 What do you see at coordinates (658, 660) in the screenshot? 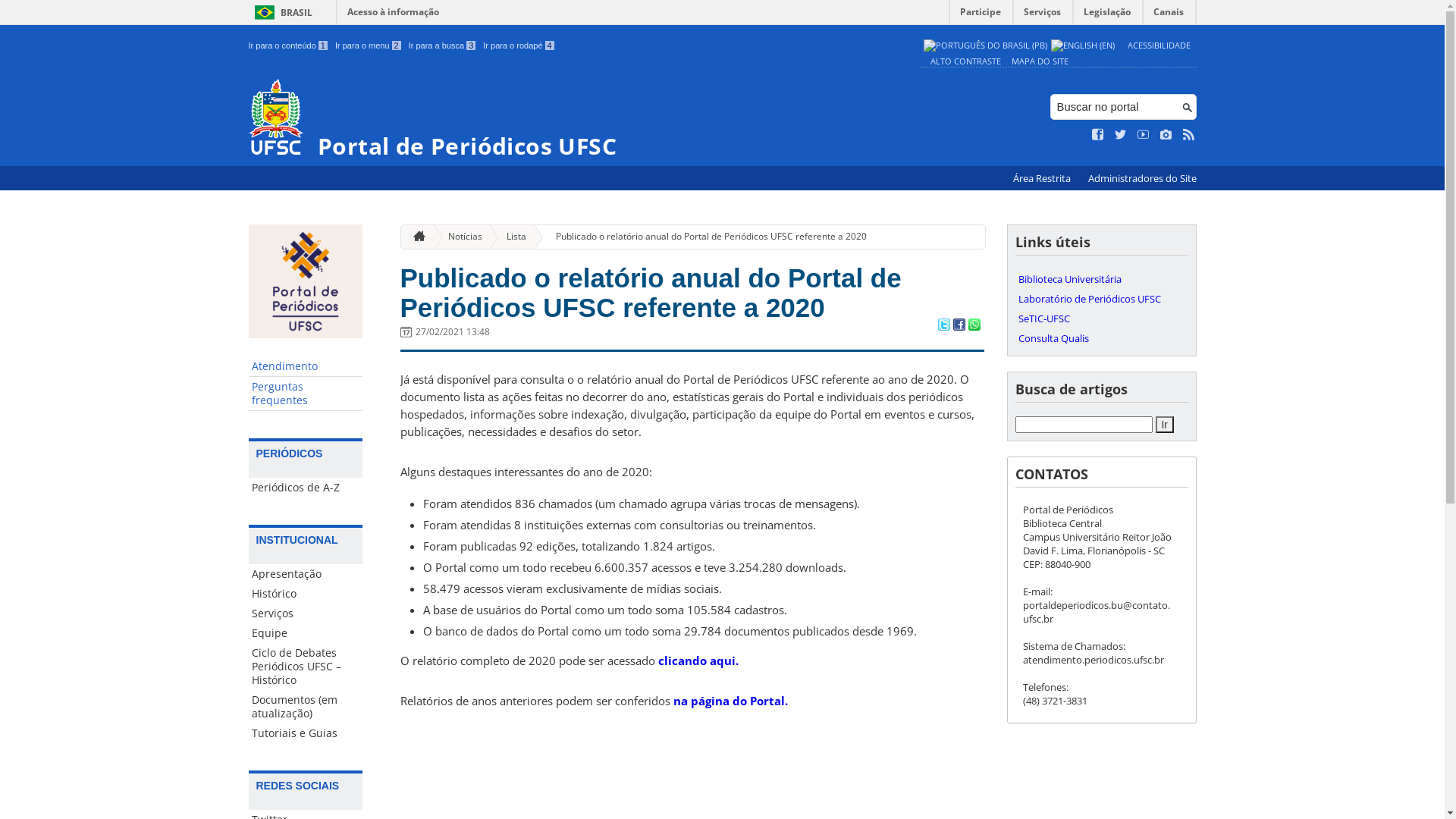
I see `'clicando aqui.'` at bounding box center [658, 660].